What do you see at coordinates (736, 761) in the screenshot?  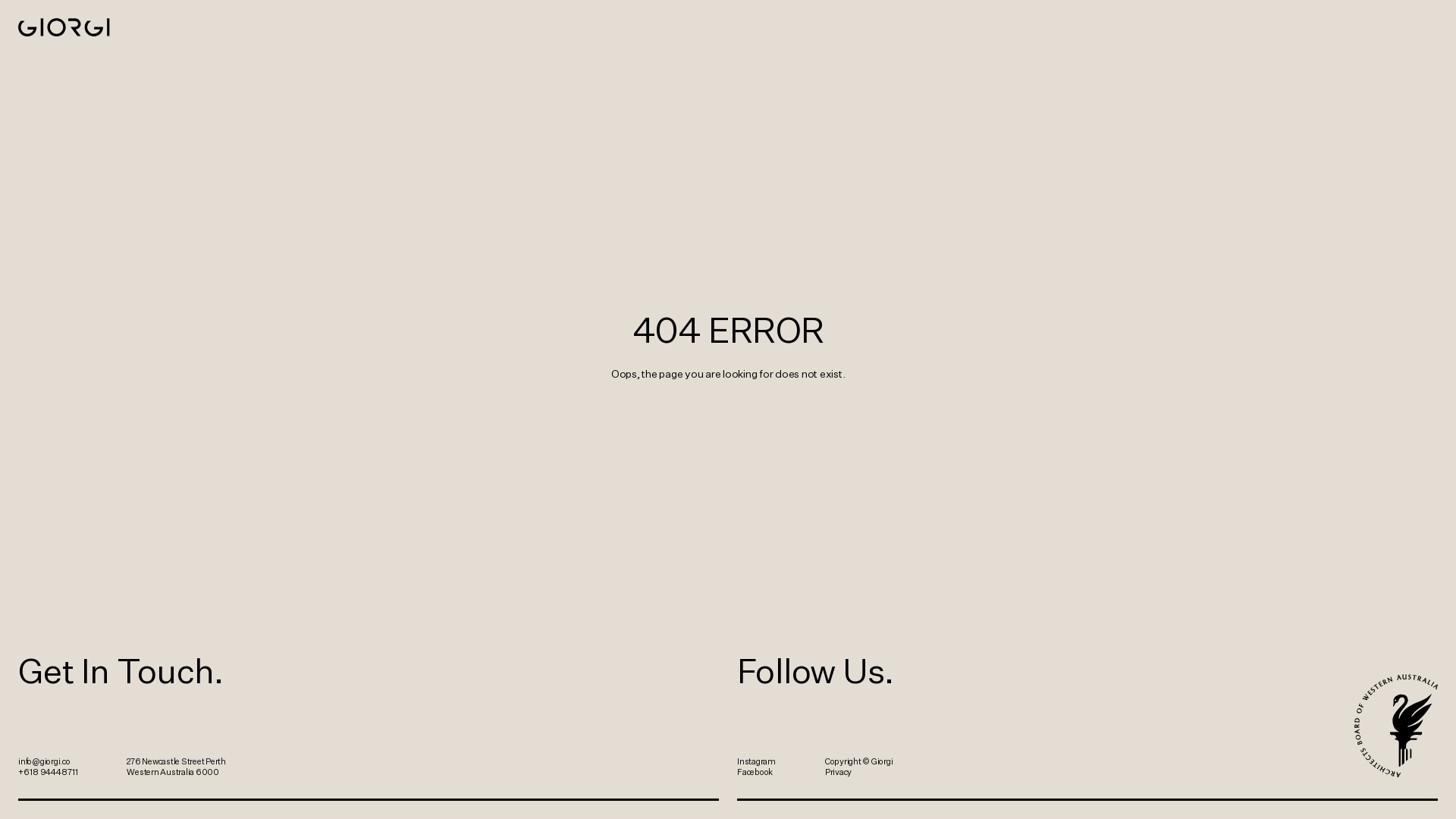 I see `'Instagram'` at bounding box center [736, 761].